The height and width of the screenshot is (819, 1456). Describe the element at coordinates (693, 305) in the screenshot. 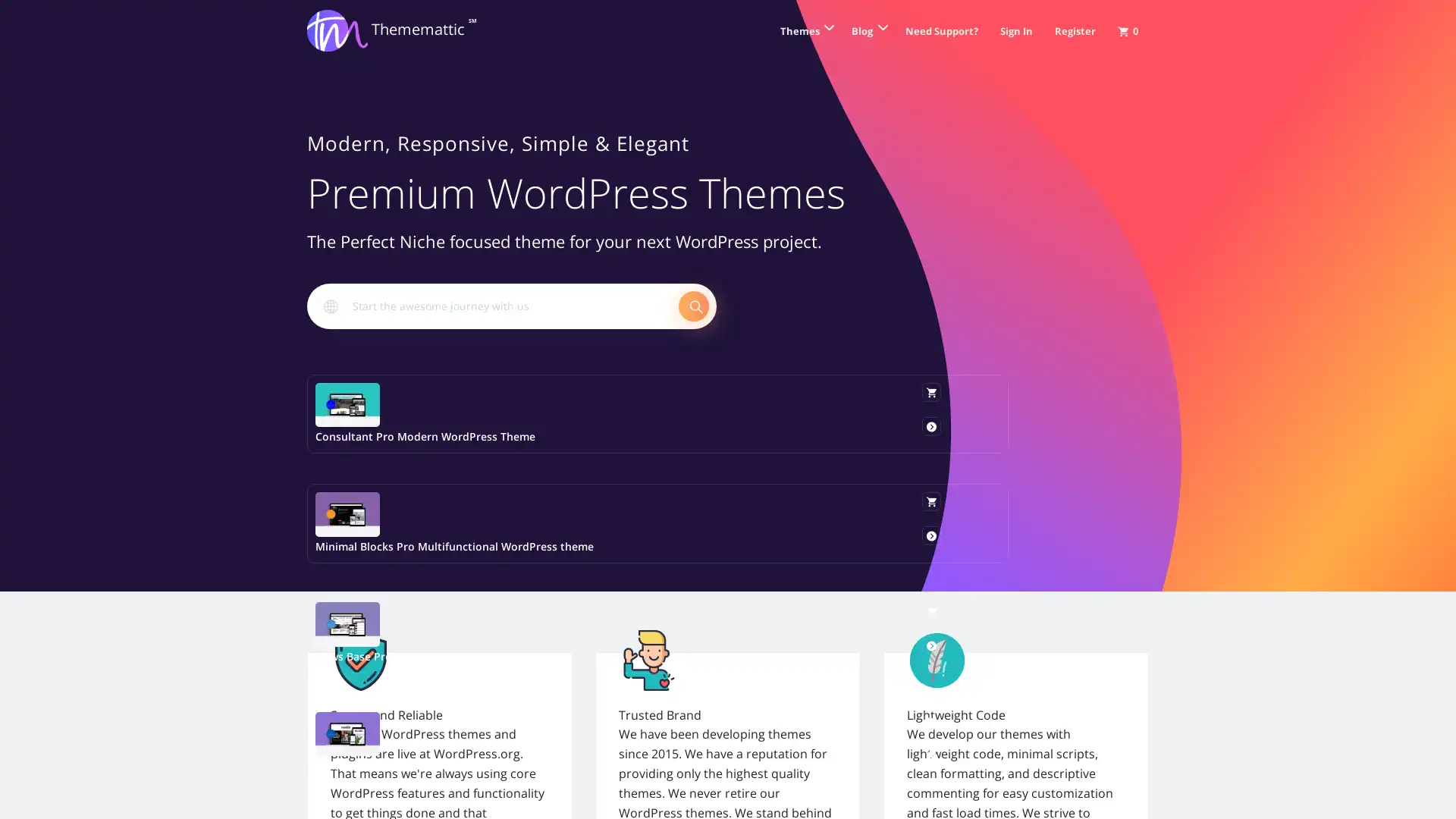

I see `search` at that location.